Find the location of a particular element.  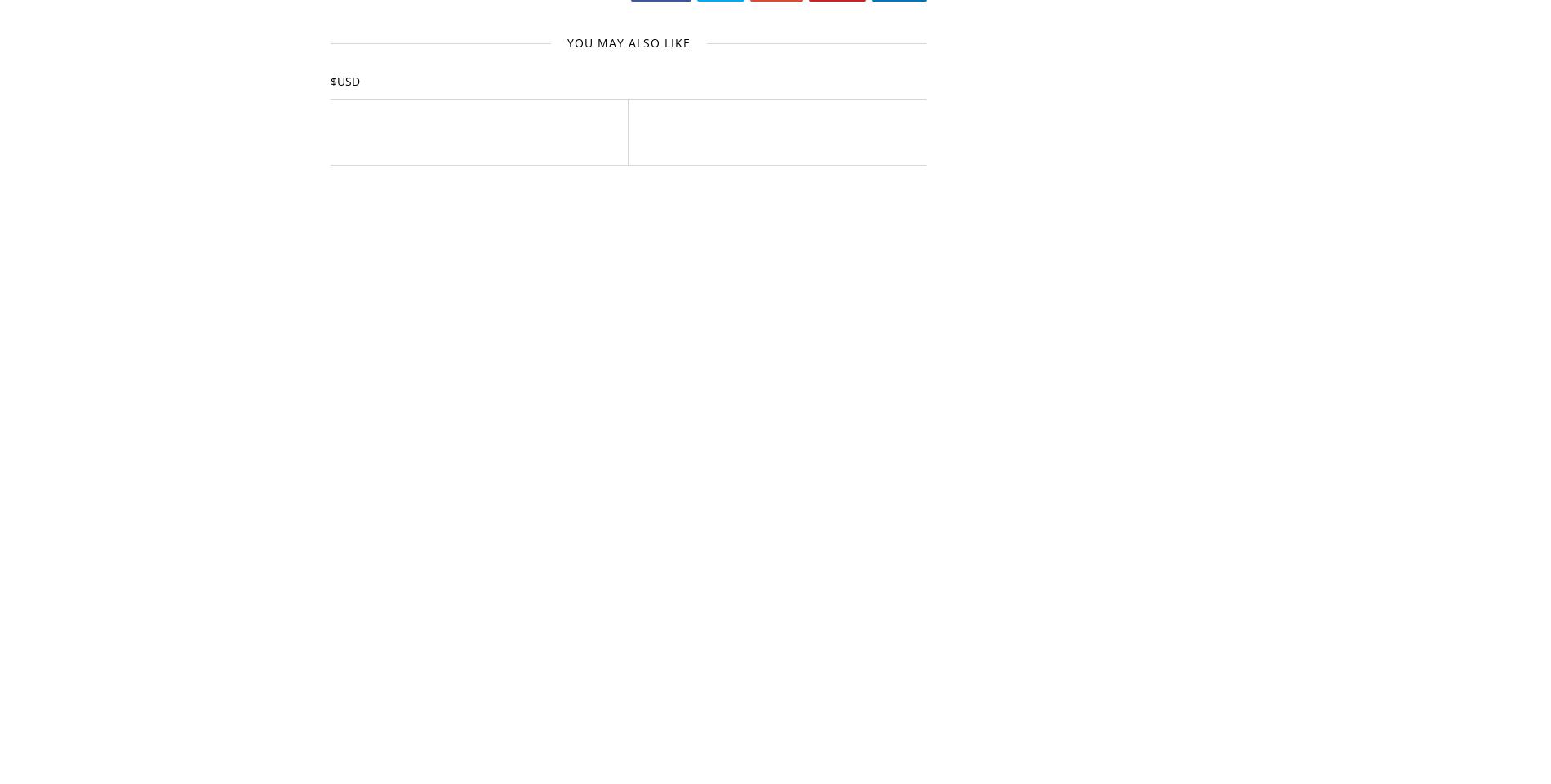

'(67)' is located at coordinates (1067, 728).